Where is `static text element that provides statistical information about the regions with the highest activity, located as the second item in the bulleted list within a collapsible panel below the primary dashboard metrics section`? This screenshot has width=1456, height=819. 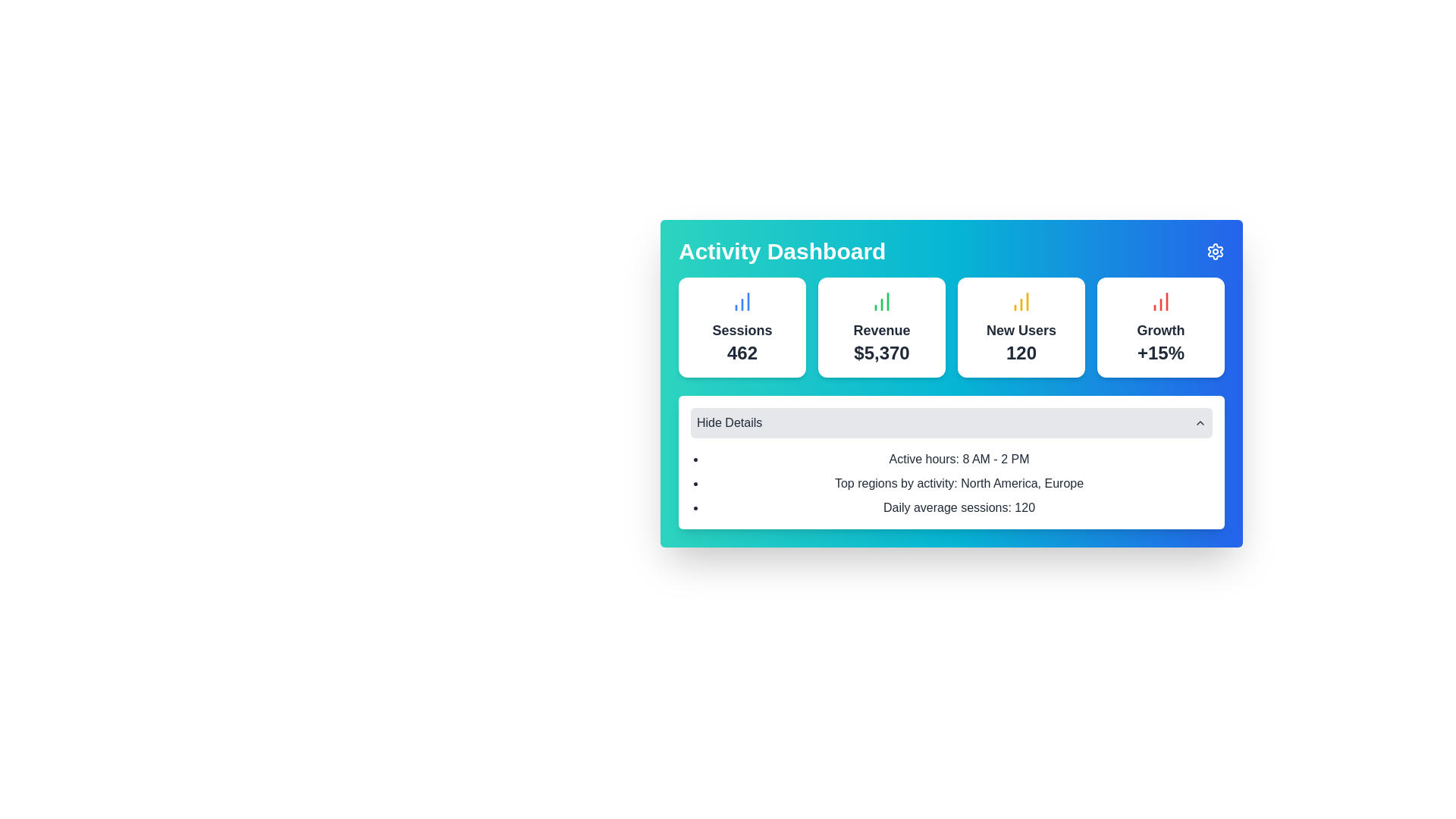 static text element that provides statistical information about the regions with the highest activity, located as the second item in the bulleted list within a collapsible panel below the primary dashboard metrics section is located at coordinates (959, 483).